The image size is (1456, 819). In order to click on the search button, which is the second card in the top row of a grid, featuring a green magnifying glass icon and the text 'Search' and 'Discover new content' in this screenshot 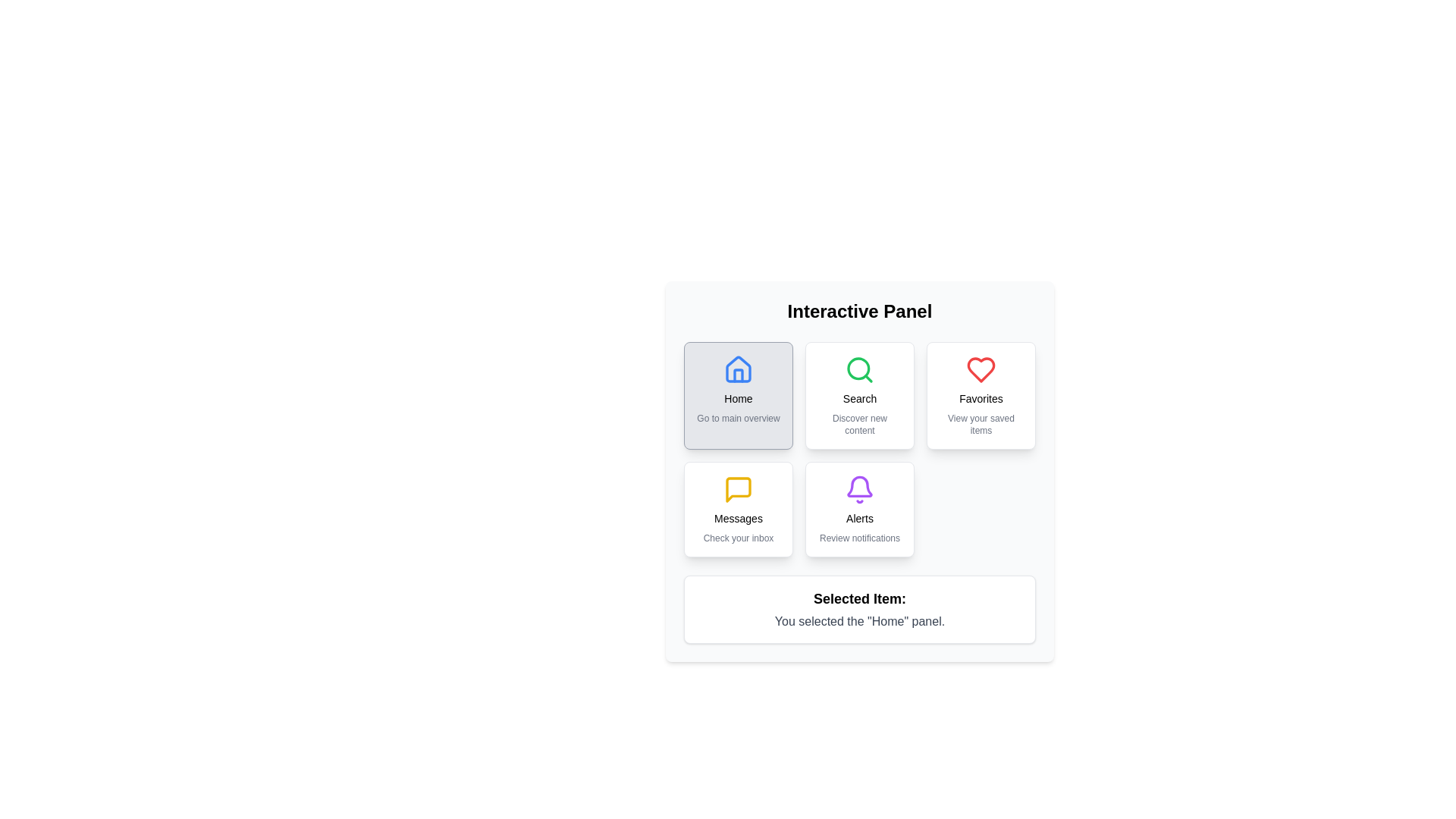, I will do `click(859, 394)`.